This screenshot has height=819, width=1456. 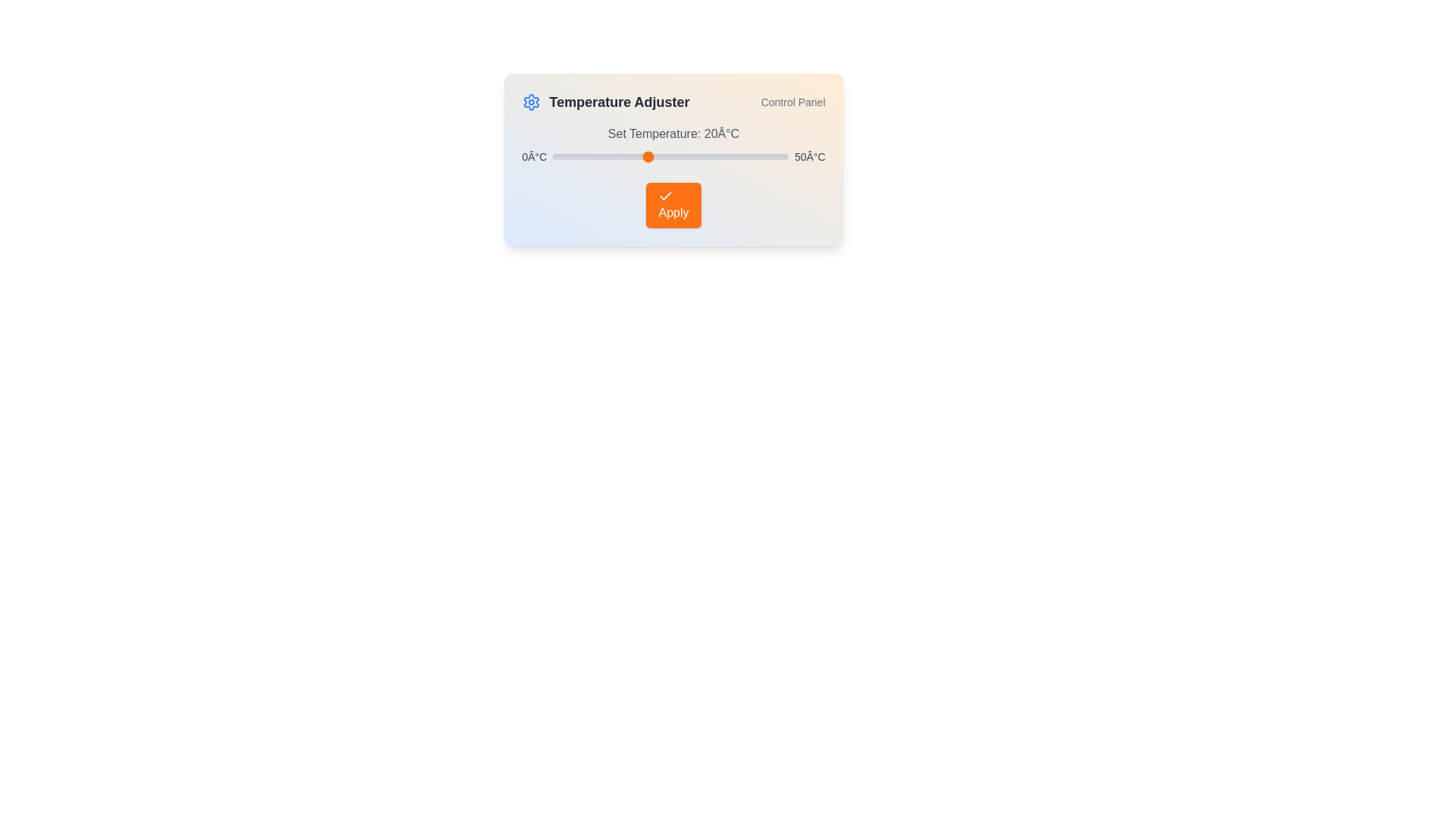 I want to click on the temperature slider to set the temperature to 0°C, so click(x=552, y=157).